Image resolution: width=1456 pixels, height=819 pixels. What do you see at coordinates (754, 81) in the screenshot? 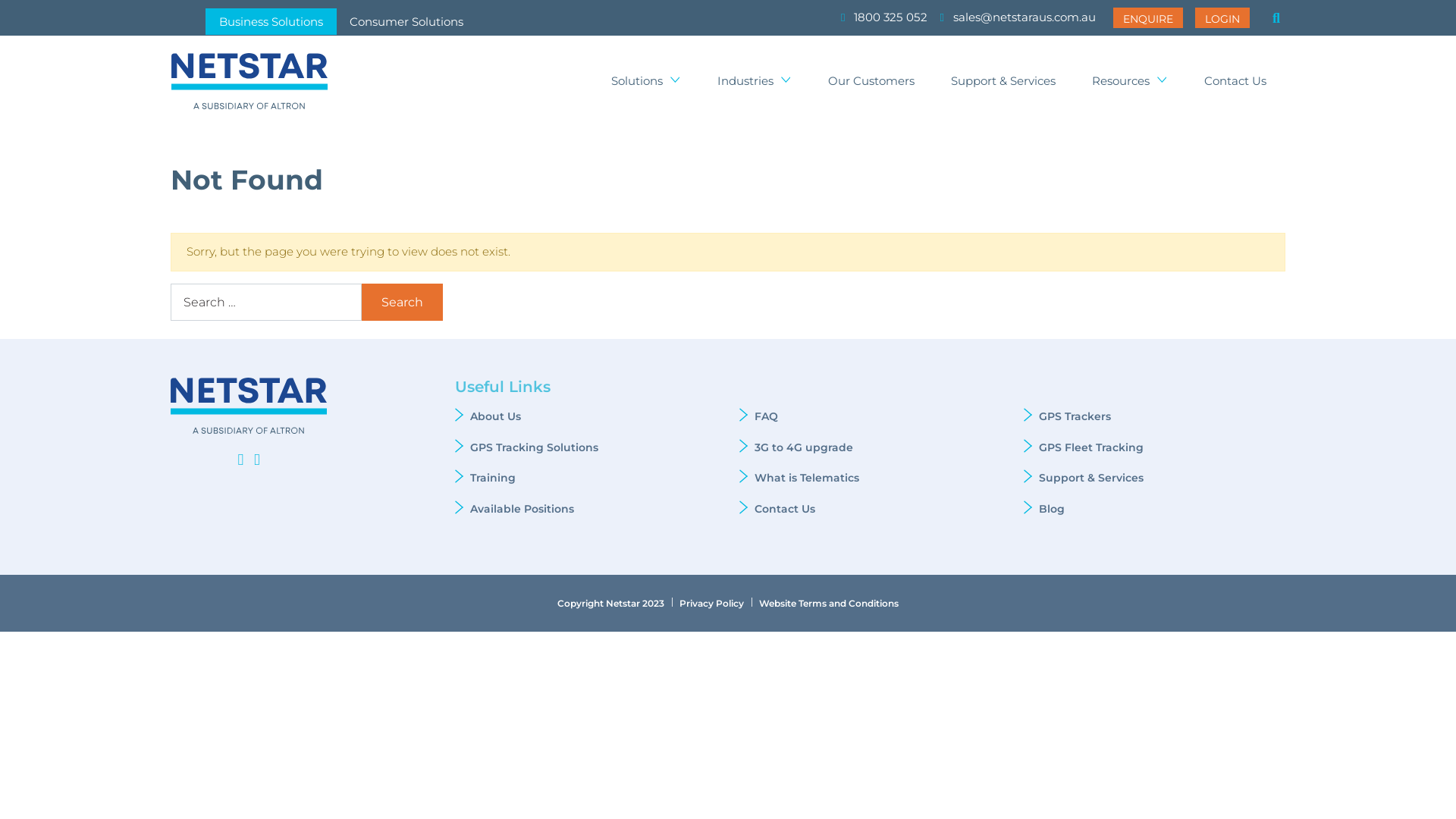
I see `'Industries'` at bounding box center [754, 81].